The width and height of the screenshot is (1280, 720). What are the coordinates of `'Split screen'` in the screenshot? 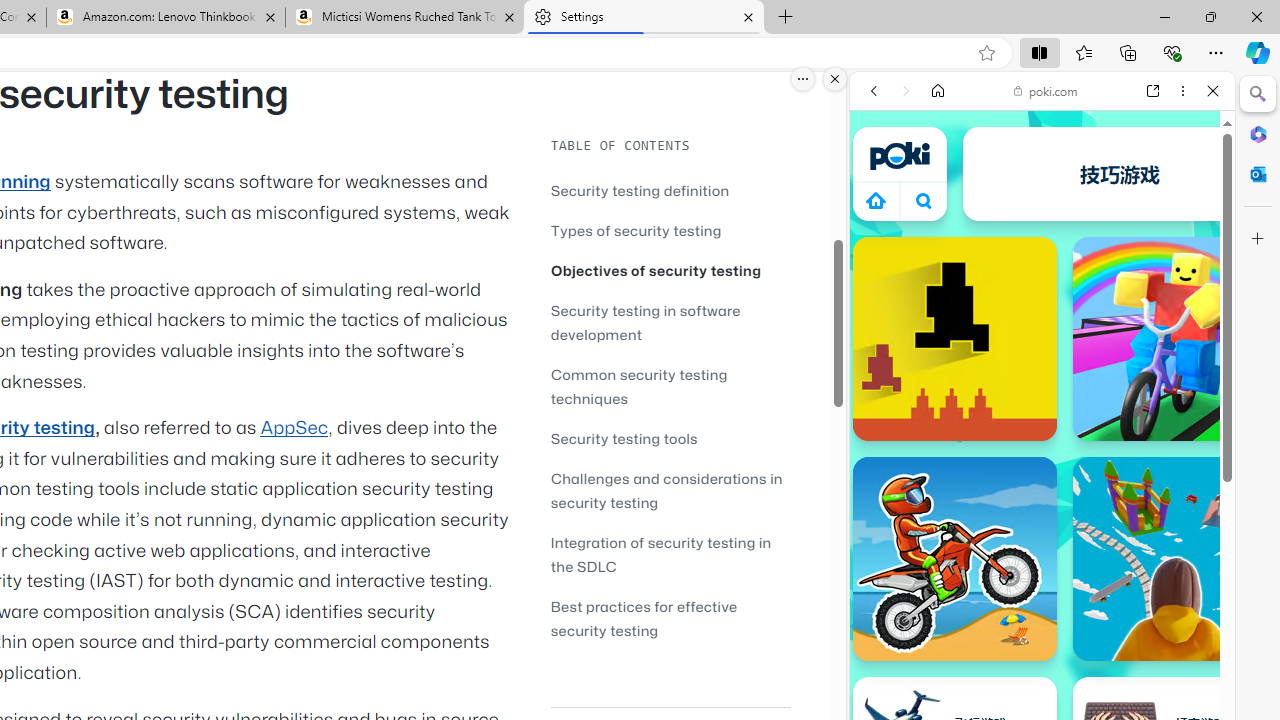 It's located at (1040, 51).